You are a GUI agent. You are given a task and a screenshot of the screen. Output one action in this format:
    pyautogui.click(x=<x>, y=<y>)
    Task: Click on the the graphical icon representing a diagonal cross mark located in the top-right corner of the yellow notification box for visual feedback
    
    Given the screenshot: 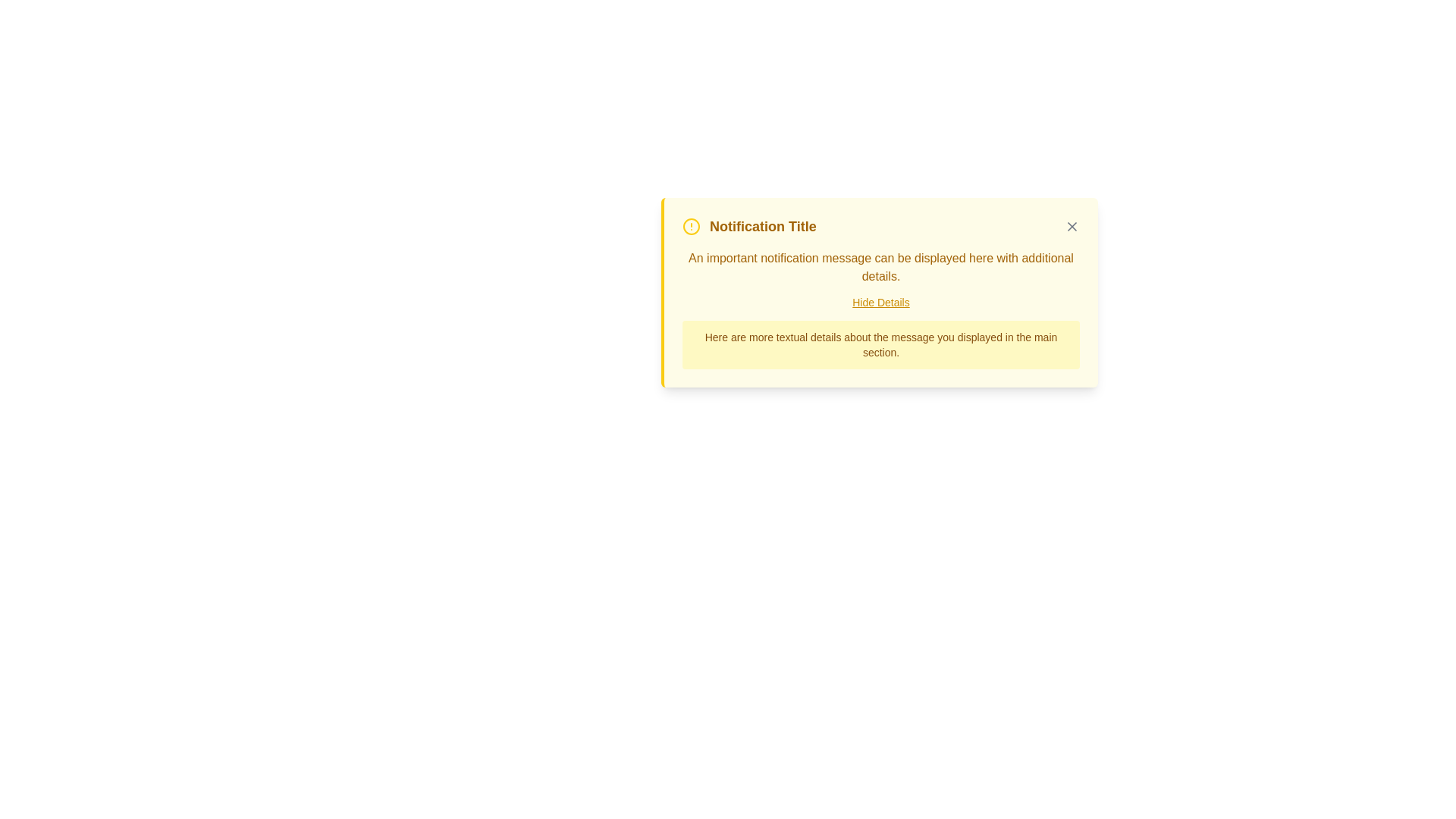 What is the action you would take?
    pyautogui.click(x=1072, y=227)
    